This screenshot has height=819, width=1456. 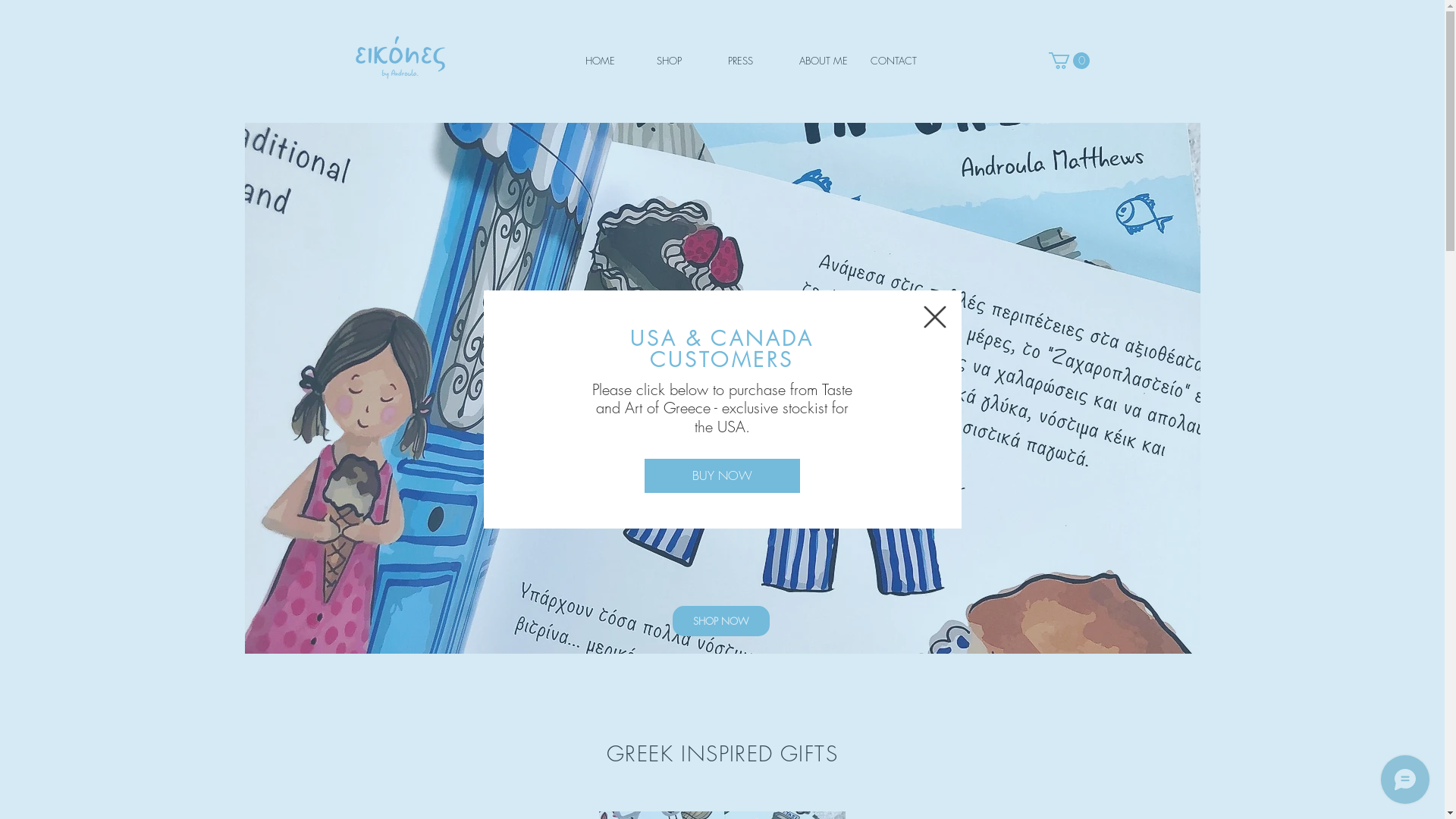 What do you see at coordinates (858, 60) in the screenshot?
I see `'CONTACT'` at bounding box center [858, 60].